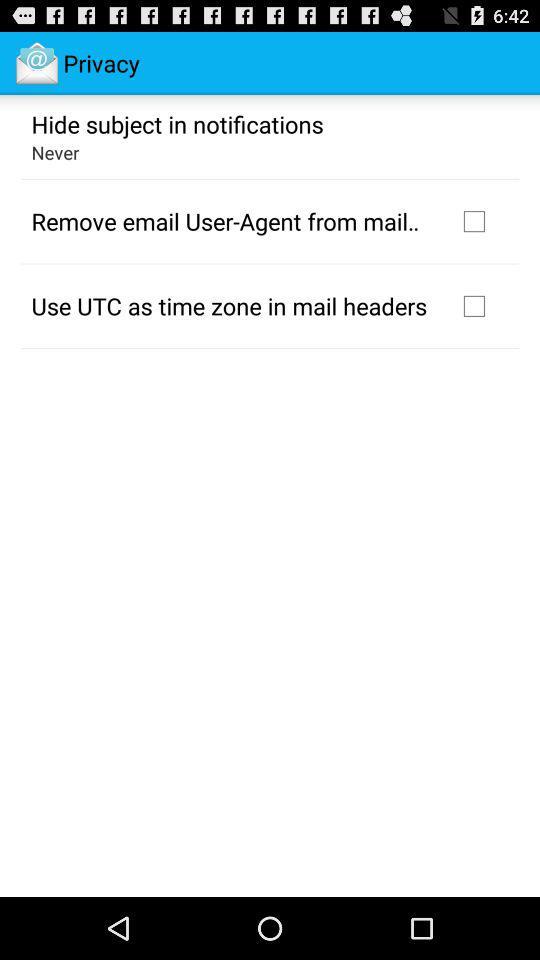  What do you see at coordinates (55, 151) in the screenshot?
I see `the never` at bounding box center [55, 151].